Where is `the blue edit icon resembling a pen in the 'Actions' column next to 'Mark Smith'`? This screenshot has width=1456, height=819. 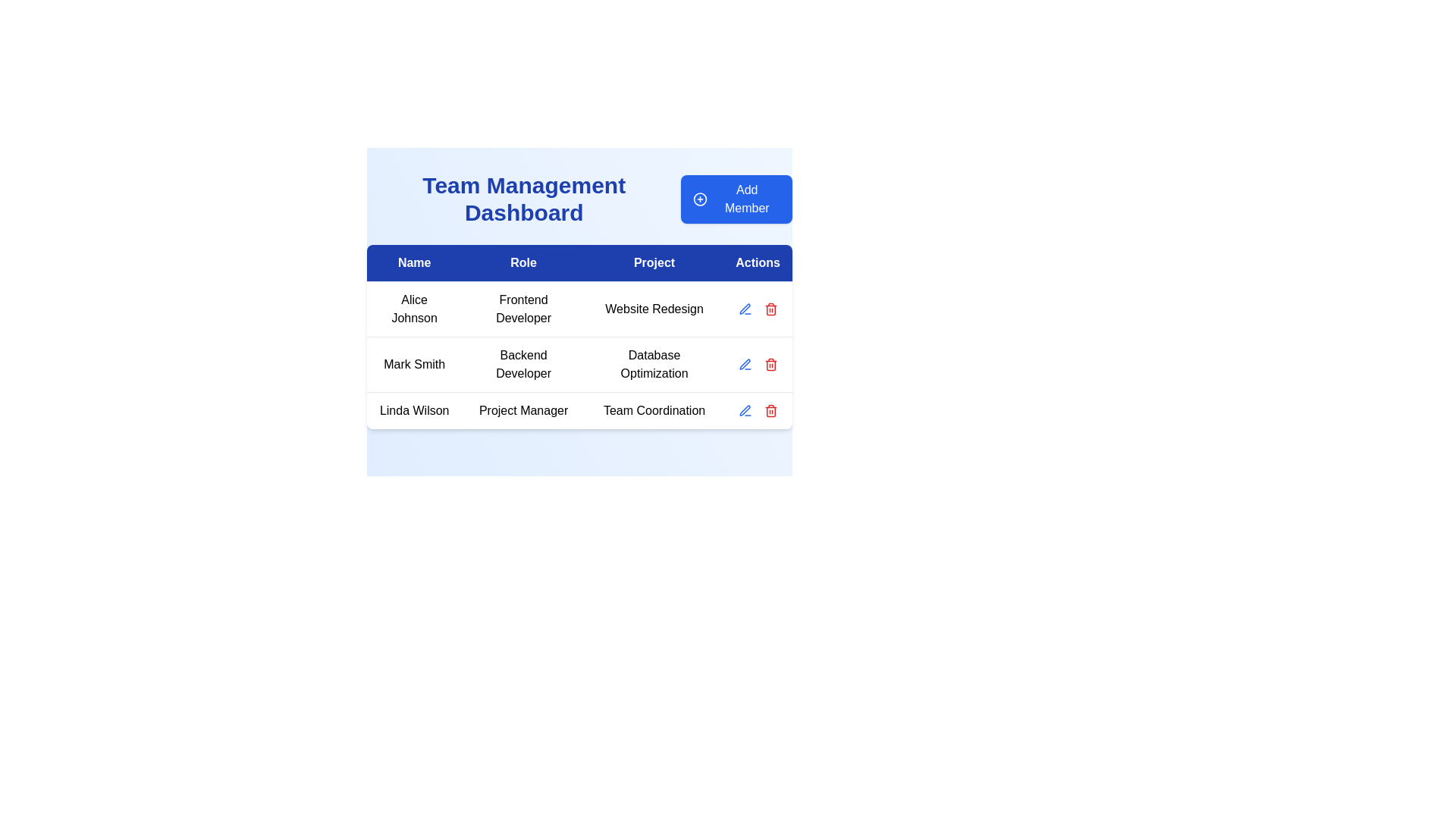
the blue edit icon resembling a pen in the 'Actions' column next to 'Mark Smith' is located at coordinates (745, 410).